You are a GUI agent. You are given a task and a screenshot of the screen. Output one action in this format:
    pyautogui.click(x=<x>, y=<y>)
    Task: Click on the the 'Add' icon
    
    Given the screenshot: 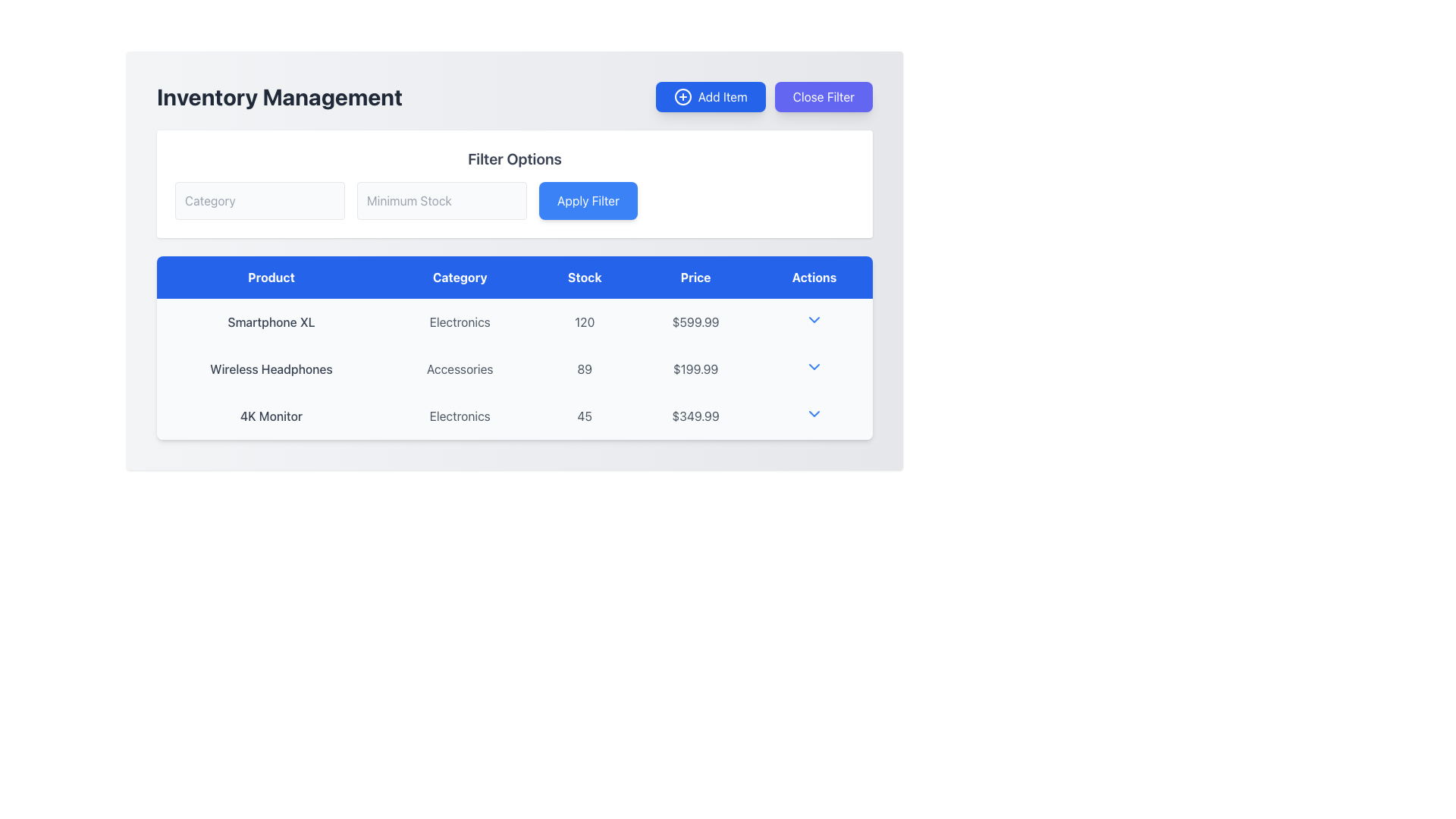 What is the action you would take?
    pyautogui.click(x=682, y=96)
    